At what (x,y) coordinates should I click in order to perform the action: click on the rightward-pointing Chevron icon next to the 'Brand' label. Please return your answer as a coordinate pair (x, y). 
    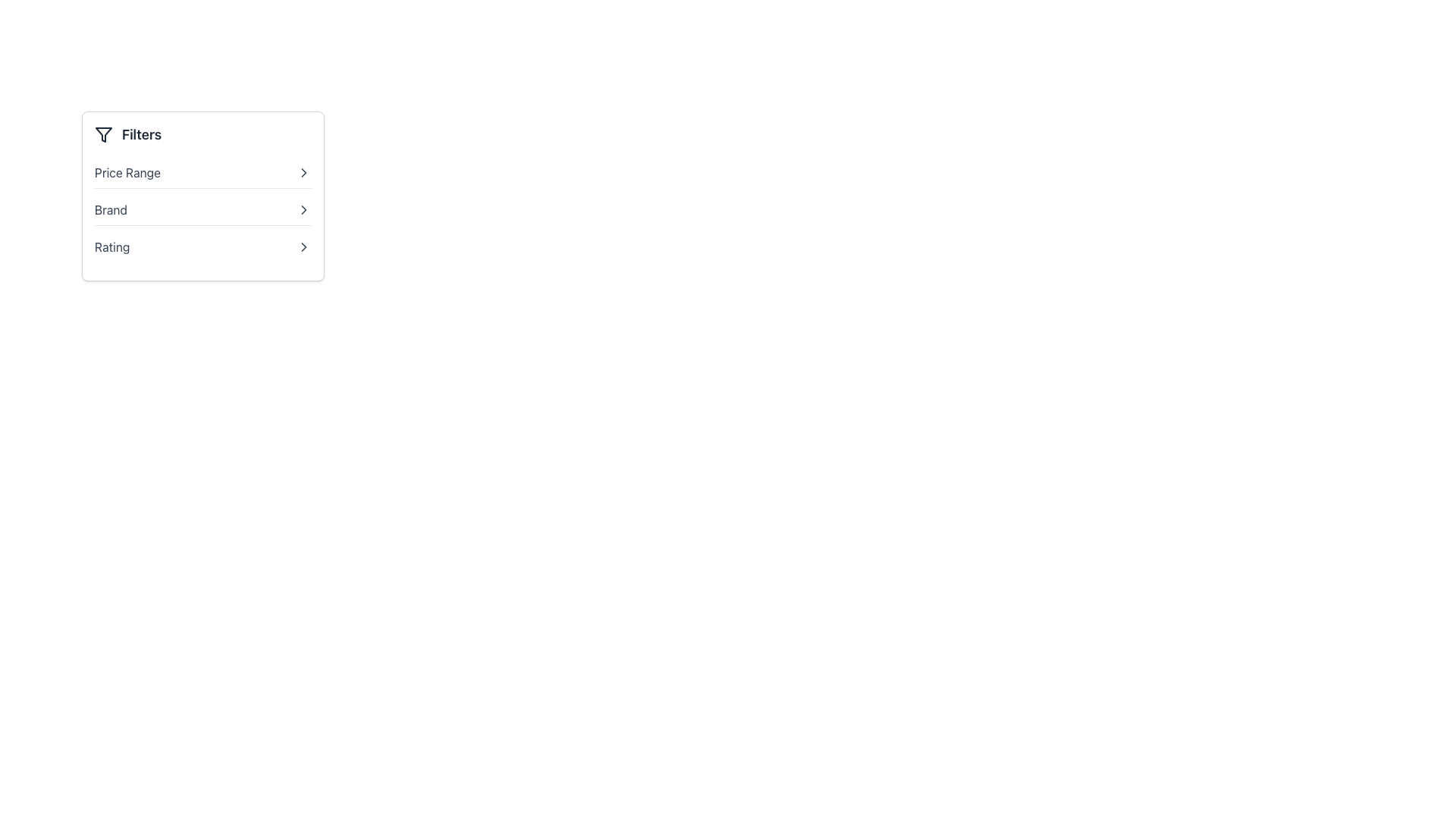
    Looking at the image, I should click on (303, 210).